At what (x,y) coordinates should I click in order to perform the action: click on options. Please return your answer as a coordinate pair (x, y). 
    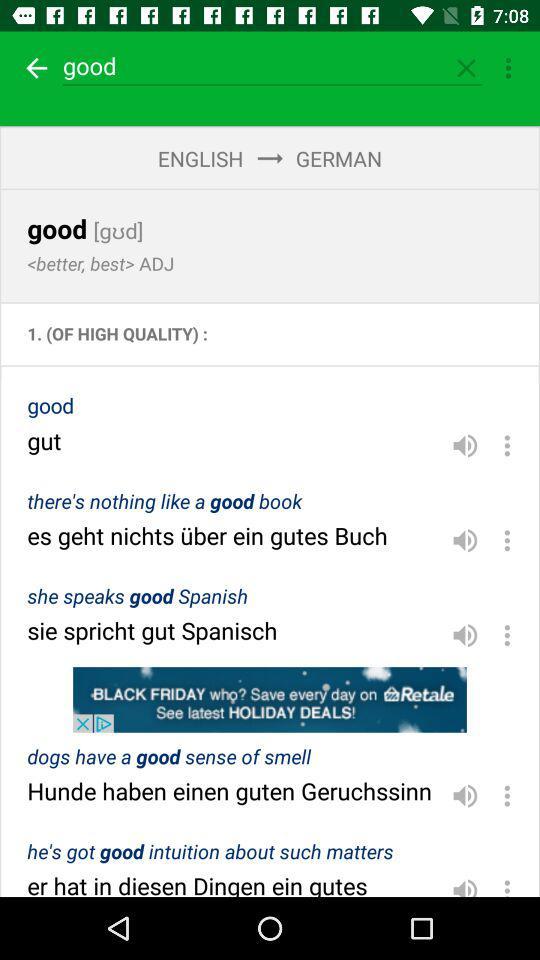
    Looking at the image, I should click on (507, 796).